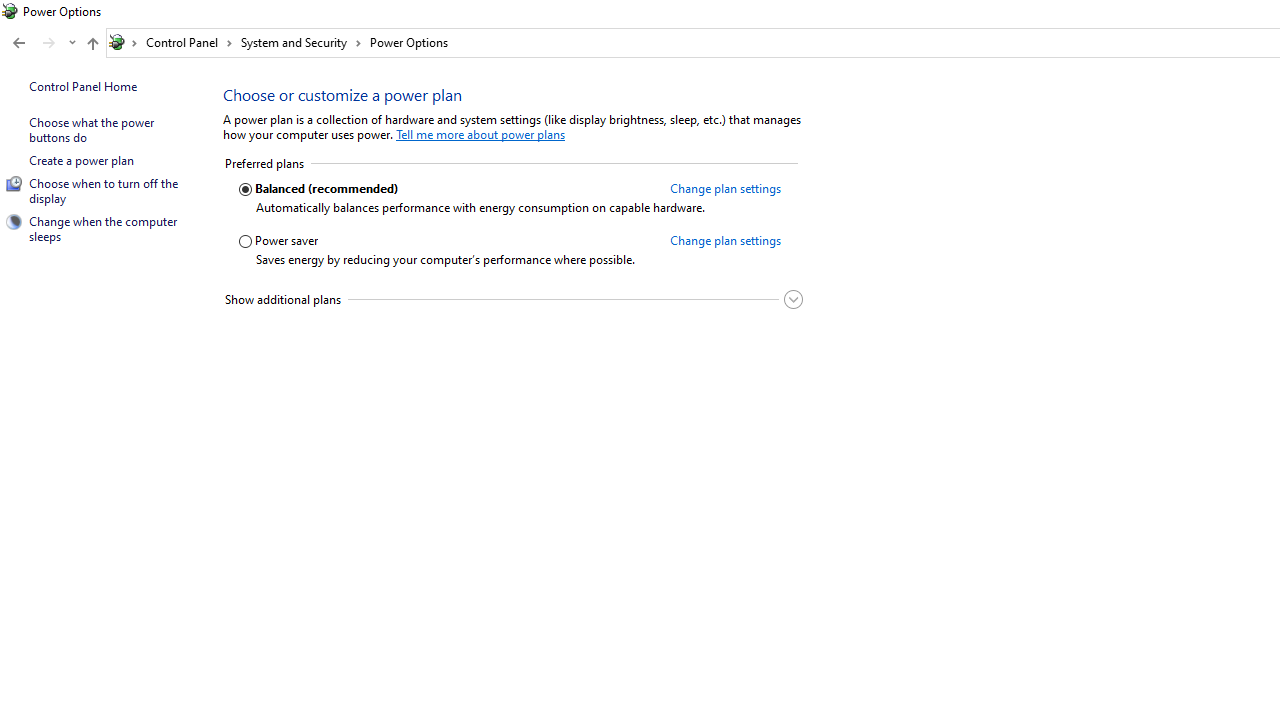 This screenshot has width=1280, height=720. What do you see at coordinates (91, 45) in the screenshot?
I see `'Up band toolbar'` at bounding box center [91, 45].